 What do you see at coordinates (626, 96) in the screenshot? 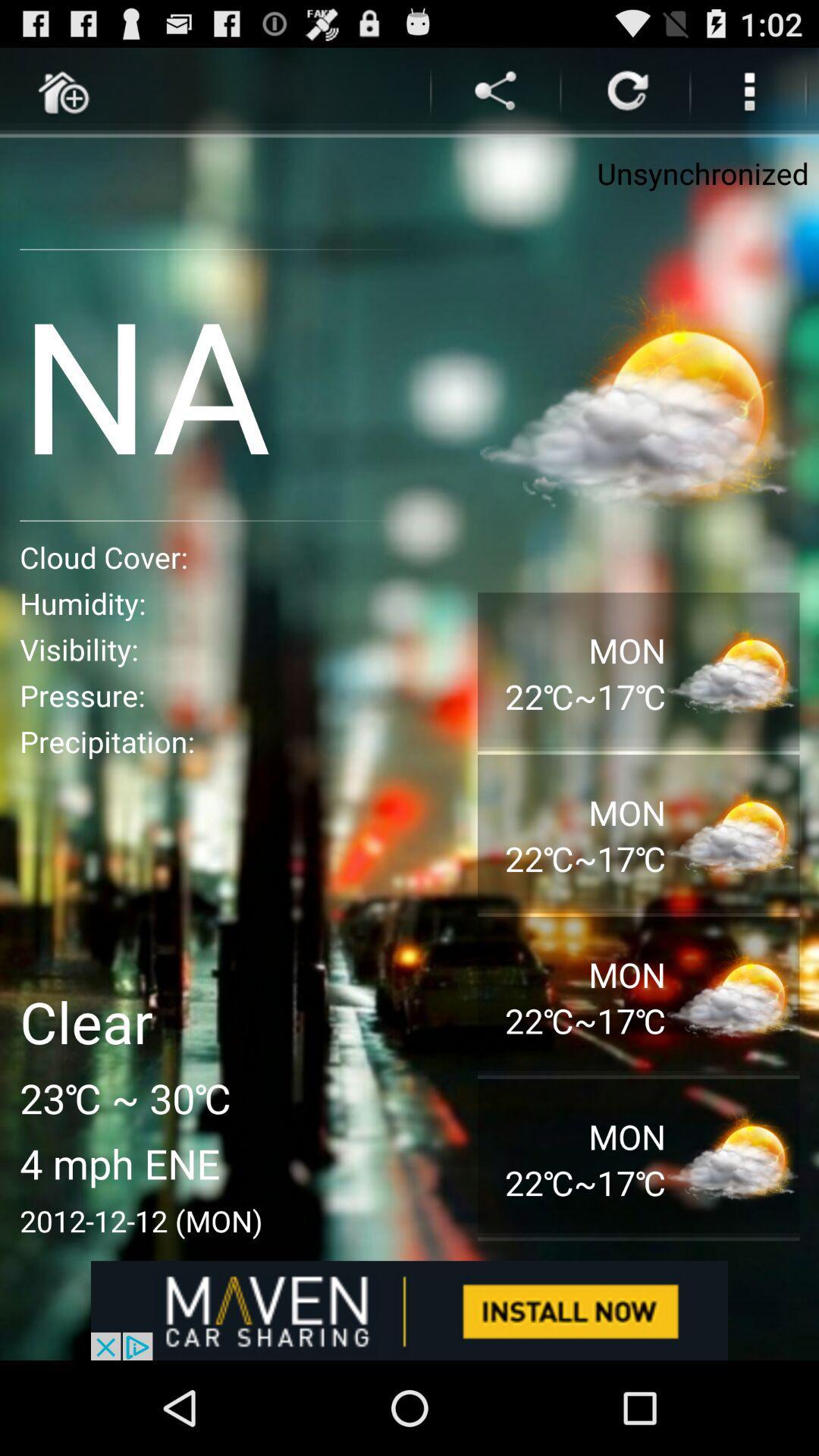
I see `the refresh icon` at bounding box center [626, 96].